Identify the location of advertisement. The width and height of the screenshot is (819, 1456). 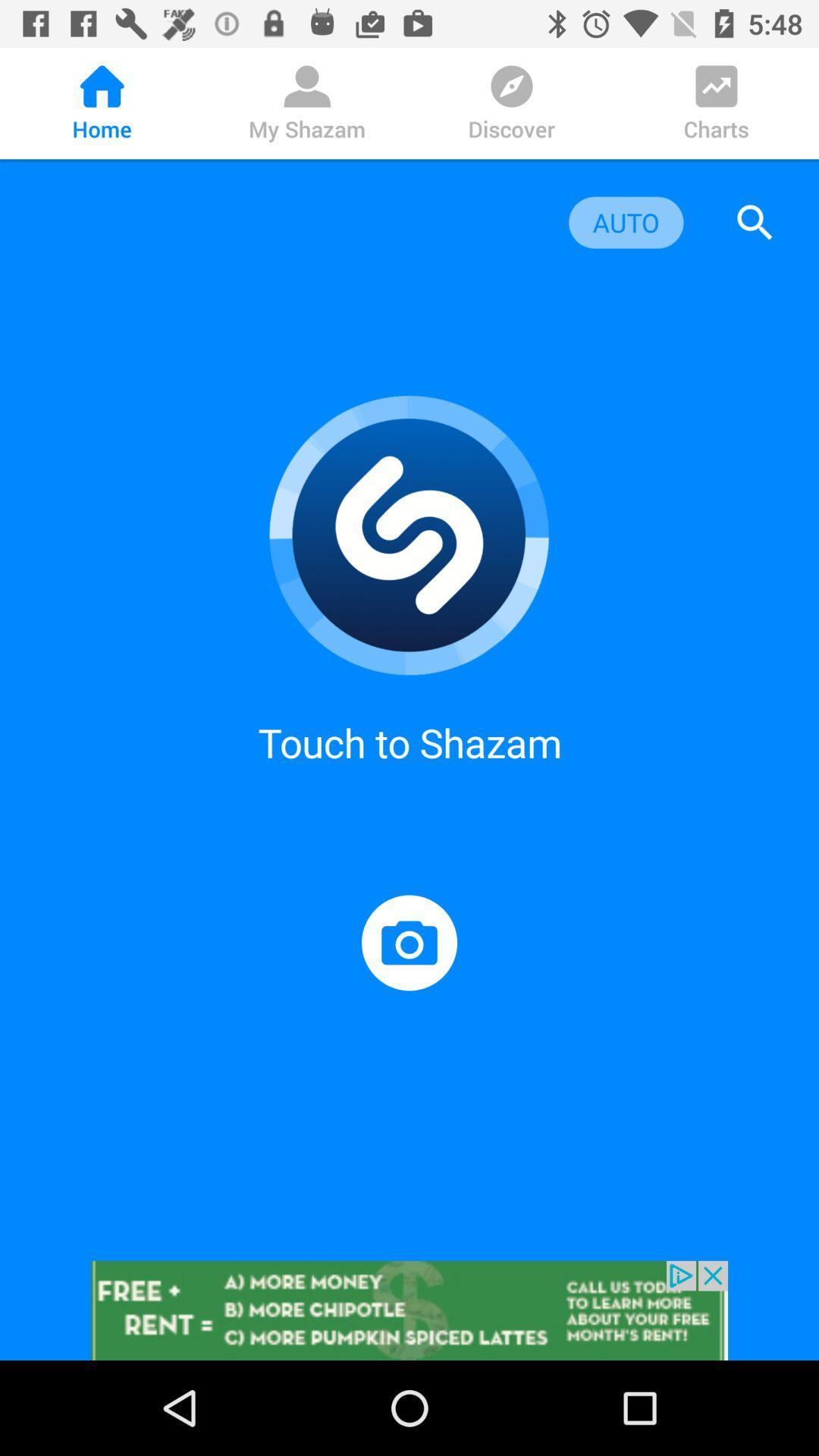
(409, 1310).